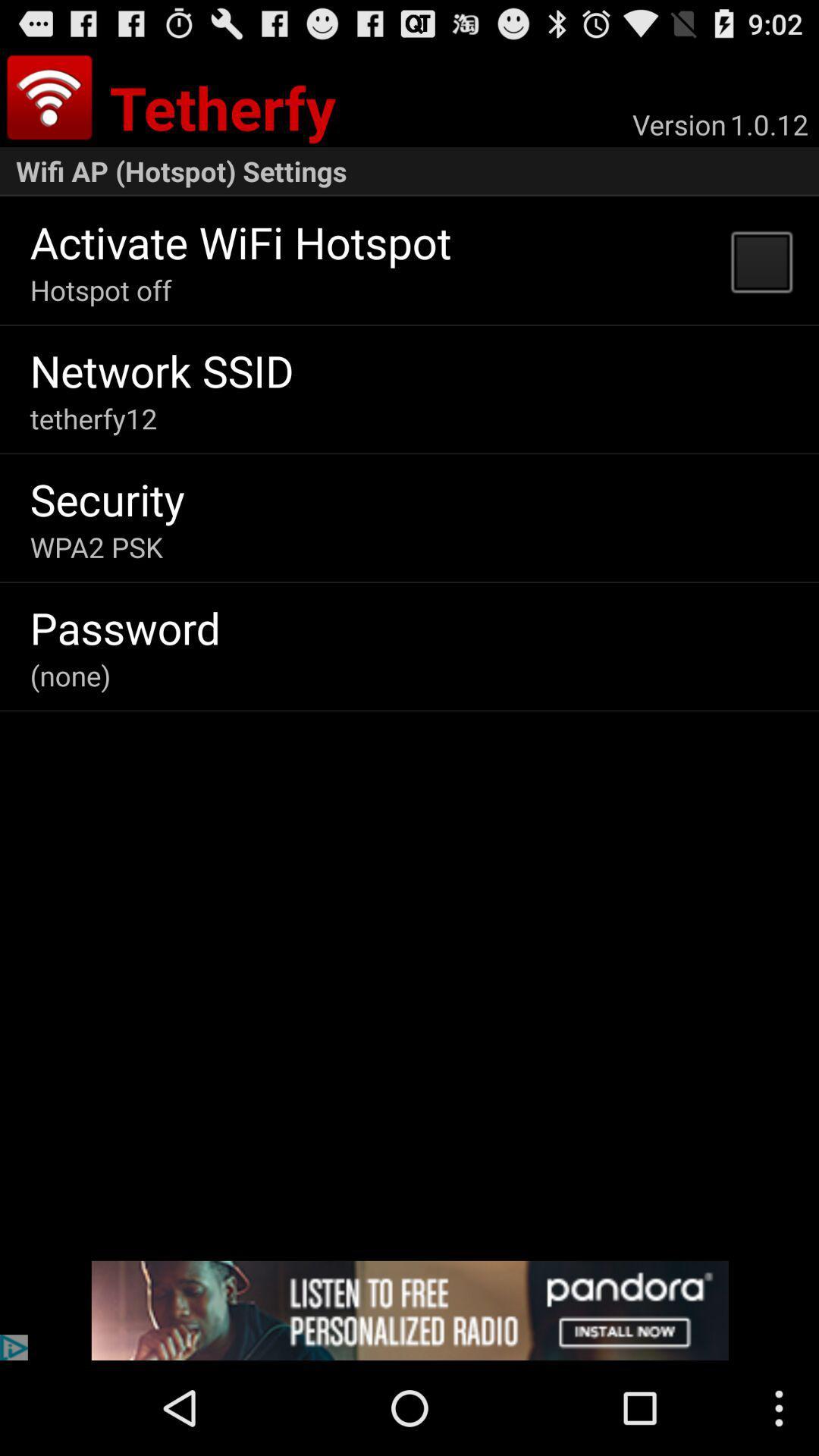 The image size is (819, 1456). What do you see at coordinates (761, 261) in the screenshot?
I see `the icon next to activate wifi hotspot item` at bounding box center [761, 261].